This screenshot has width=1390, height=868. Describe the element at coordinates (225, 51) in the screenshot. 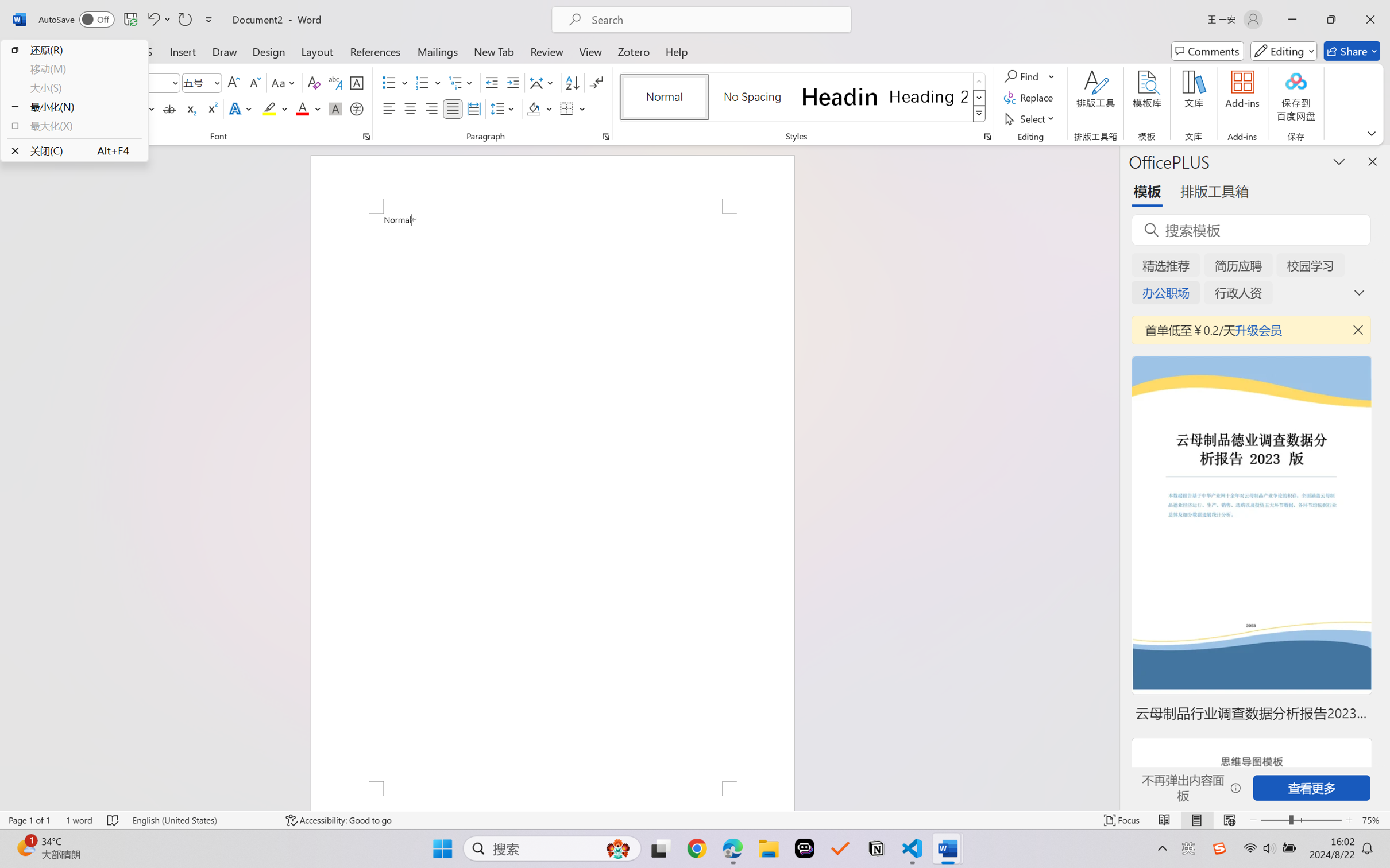

I see `'Draw'` at that location.